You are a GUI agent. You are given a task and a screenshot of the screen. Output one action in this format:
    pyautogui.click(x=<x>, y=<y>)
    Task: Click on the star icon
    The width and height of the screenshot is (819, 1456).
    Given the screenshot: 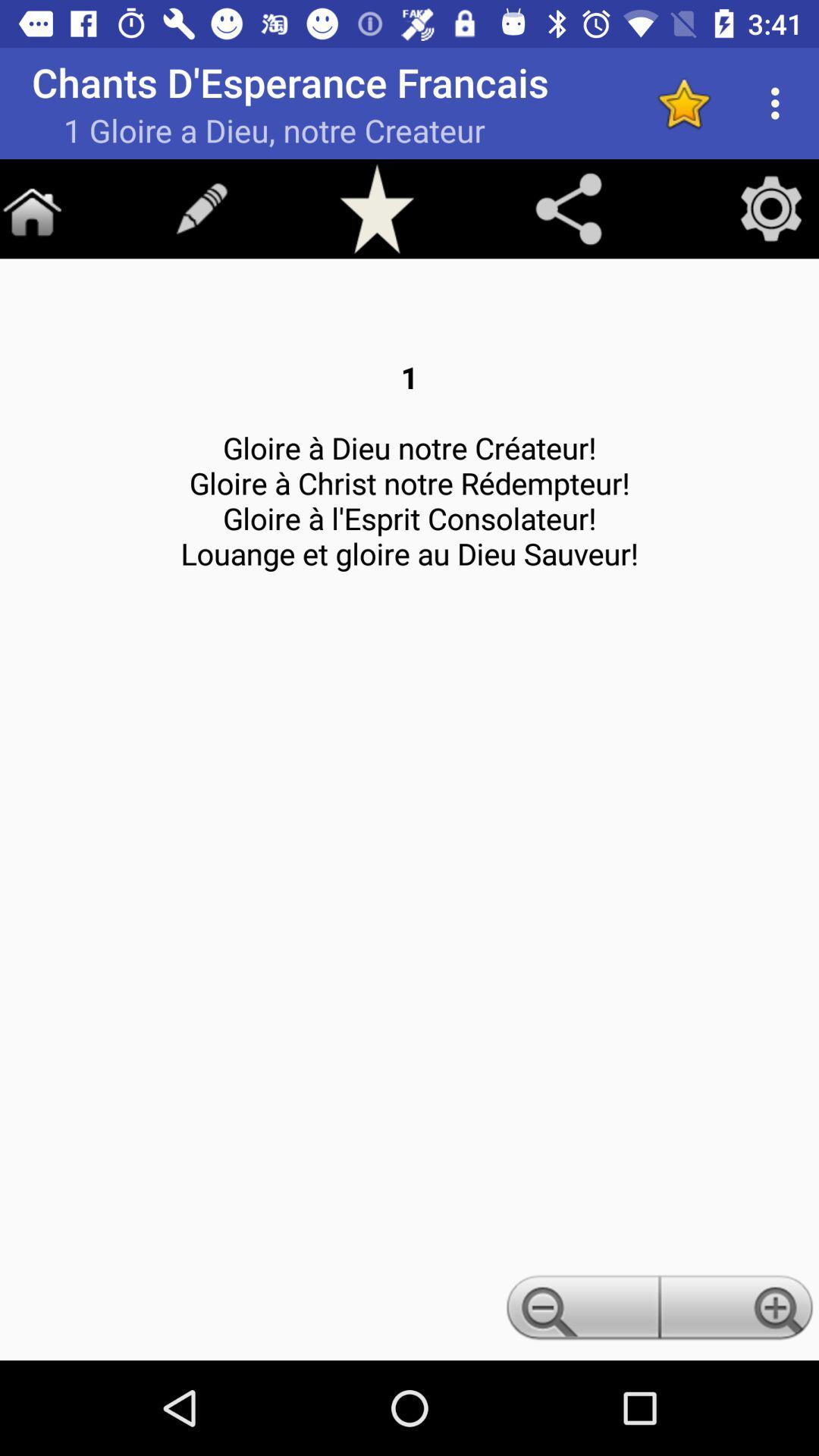 What is the action you would take?
    pyautogui.click(x=683, y=103)
    